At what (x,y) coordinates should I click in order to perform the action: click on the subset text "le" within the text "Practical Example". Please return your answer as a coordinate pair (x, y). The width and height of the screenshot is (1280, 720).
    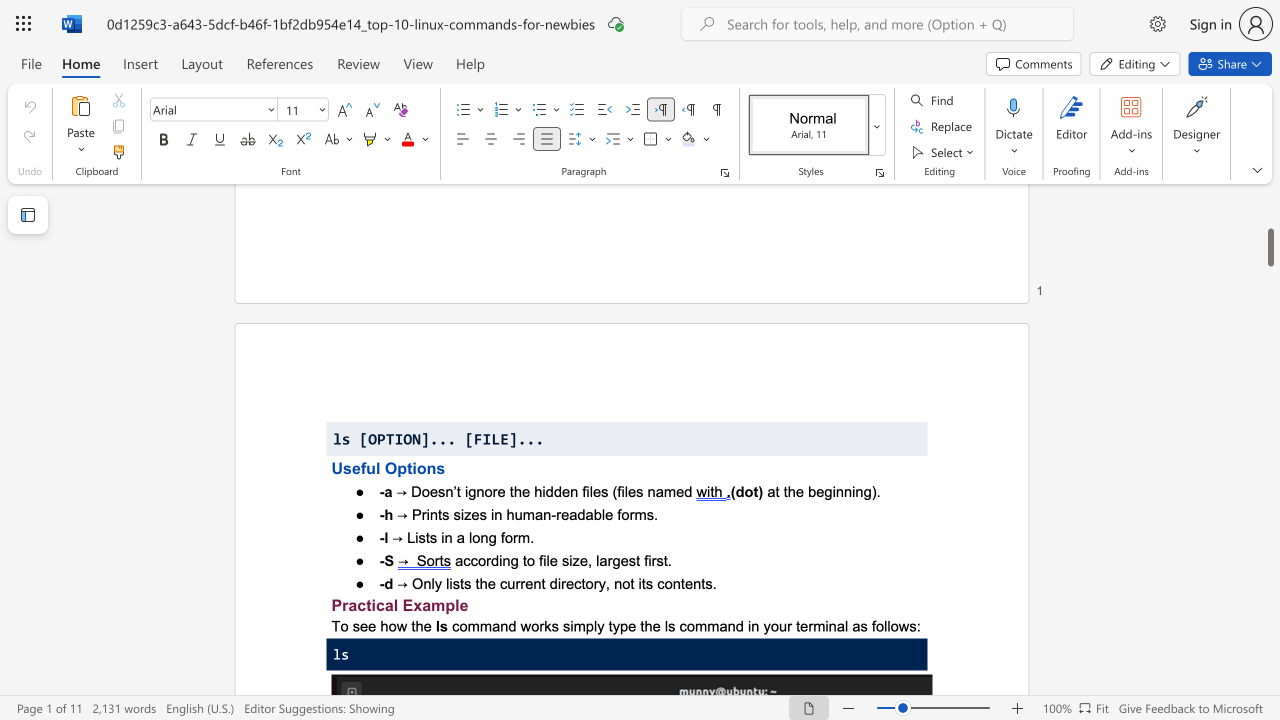
    Looking at the image, I should click on (454, 604).